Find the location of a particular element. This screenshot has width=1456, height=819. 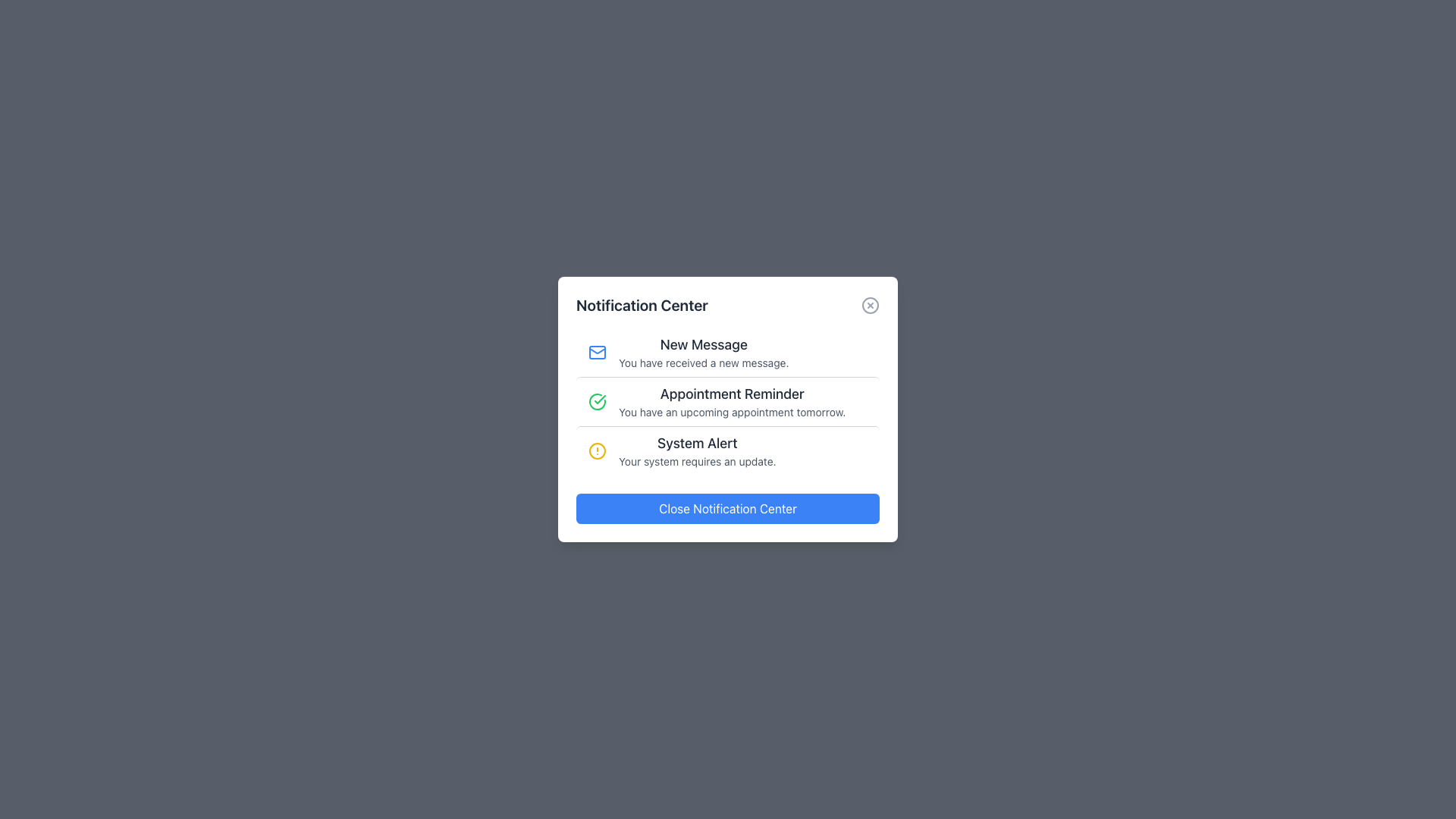

the Text Label displaying 'Appointment Reminder' in the Notification Center, which is a bold dark gray text above 'You have an upcoming appointment tomorrow.' is located at coordinates (732, 394).